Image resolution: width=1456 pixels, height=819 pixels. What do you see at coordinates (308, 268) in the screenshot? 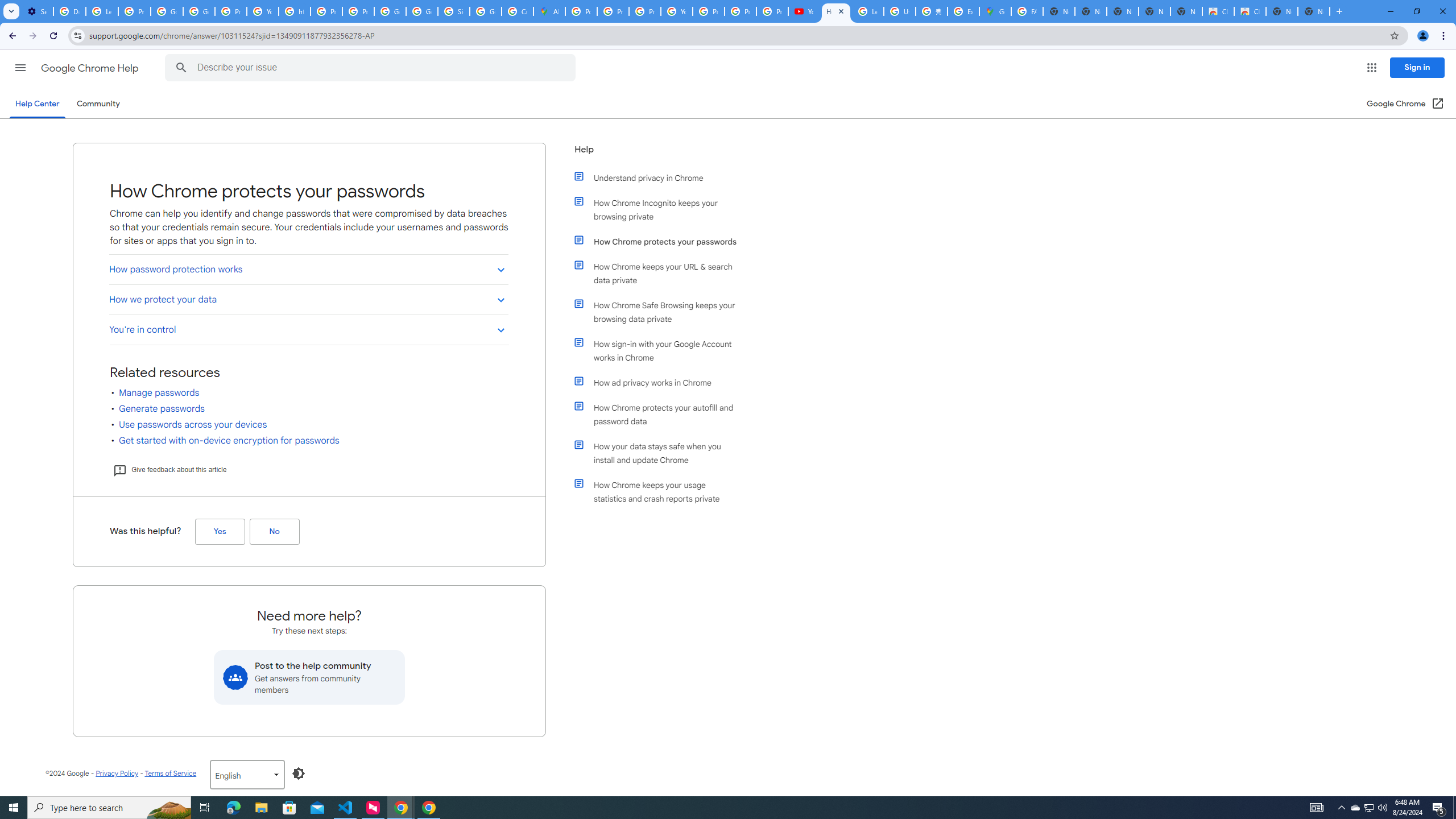
I see `'How password protection works'` at bounding box center [308, 268].